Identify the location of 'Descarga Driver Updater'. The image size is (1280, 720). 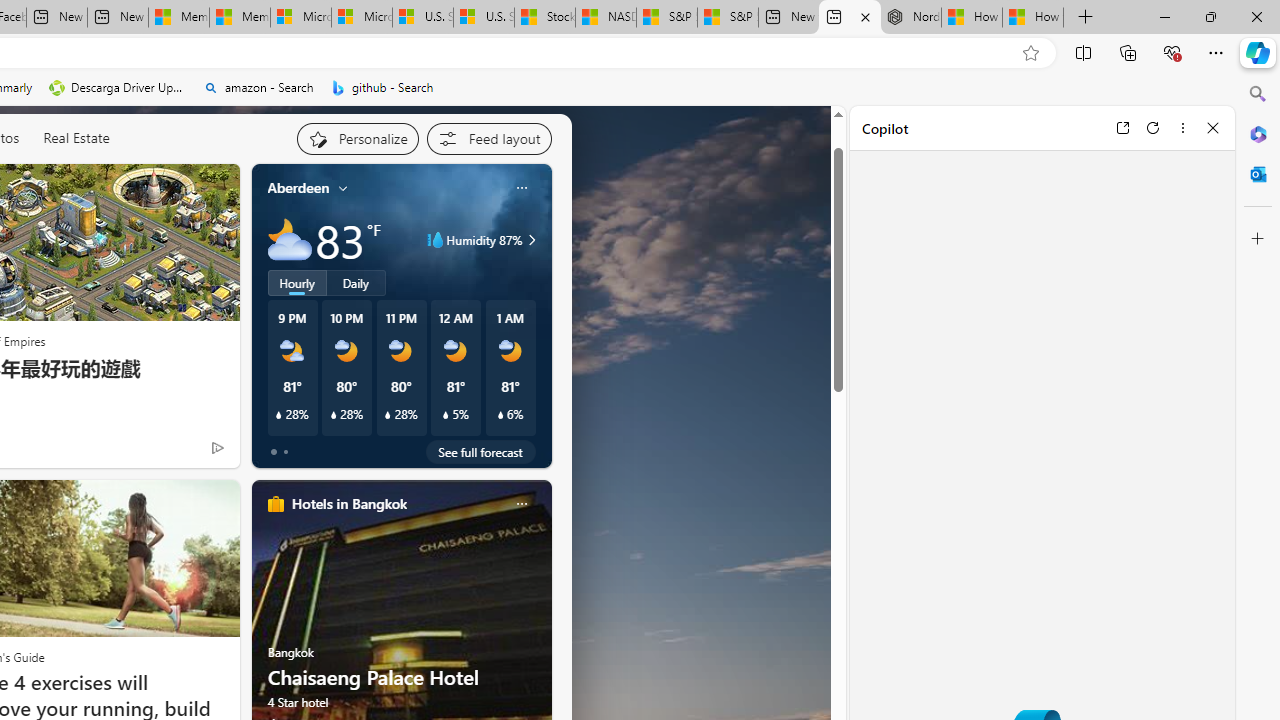
(117, 87).